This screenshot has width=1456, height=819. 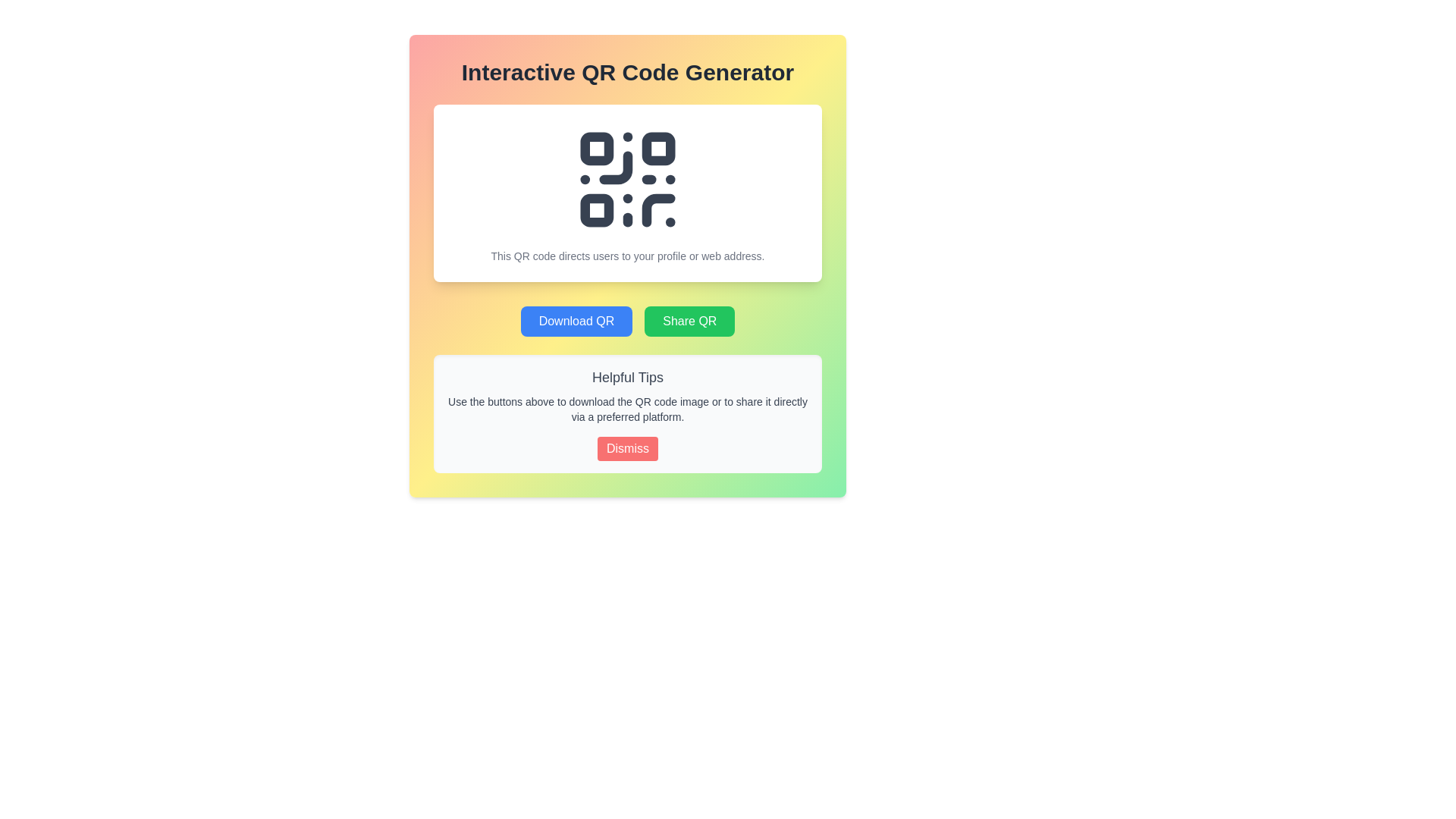 What do you see at coordinates (658, 210) in the screenshot?
I see `the visual design of the square module component within the QR code representation, located in the lower right corner of the QR code pattern on the webpage interface` at bounding box center [658, 210].